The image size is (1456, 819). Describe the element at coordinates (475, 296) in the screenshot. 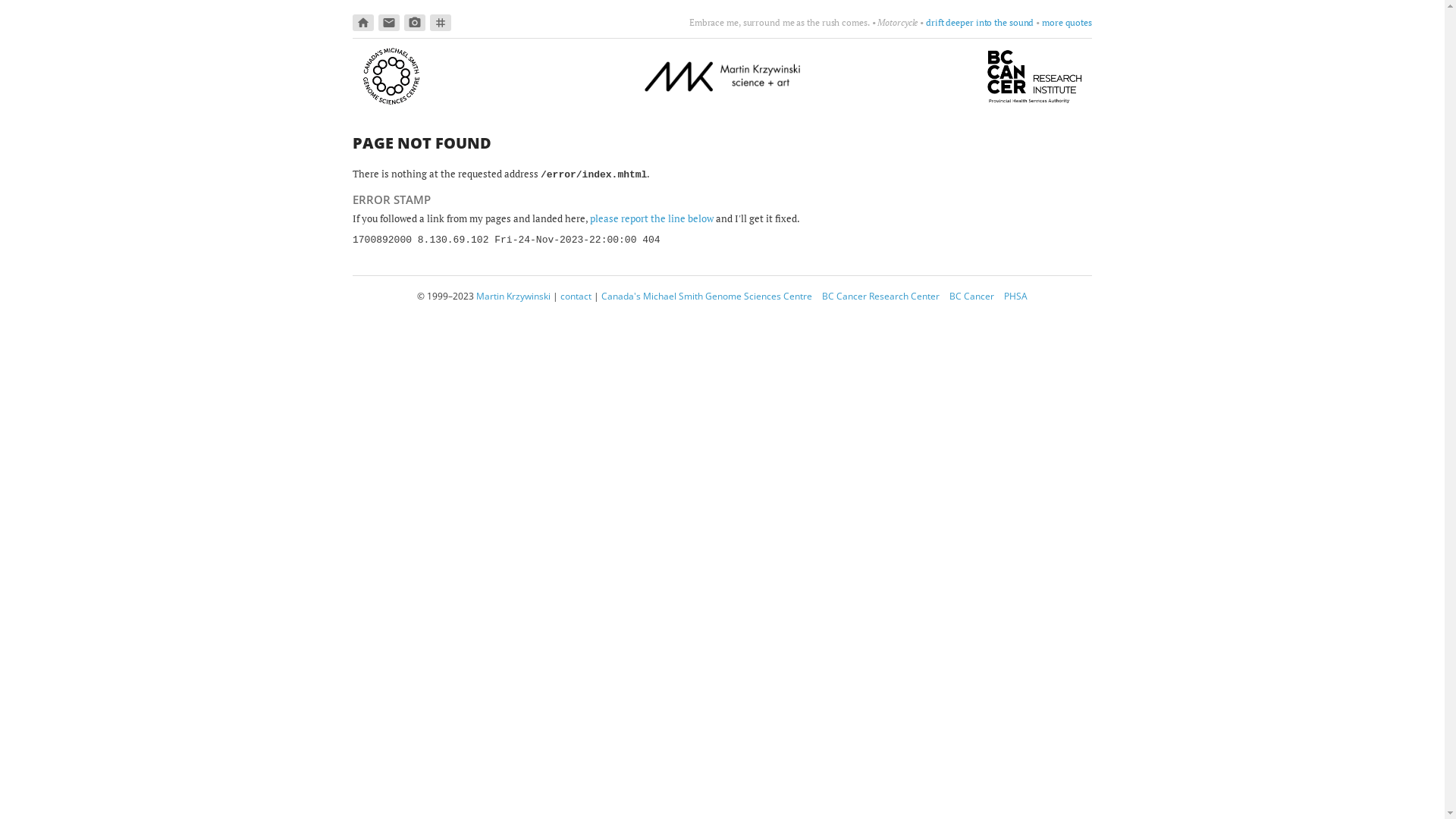

I see `'Martin Krzywinski'` at that location.